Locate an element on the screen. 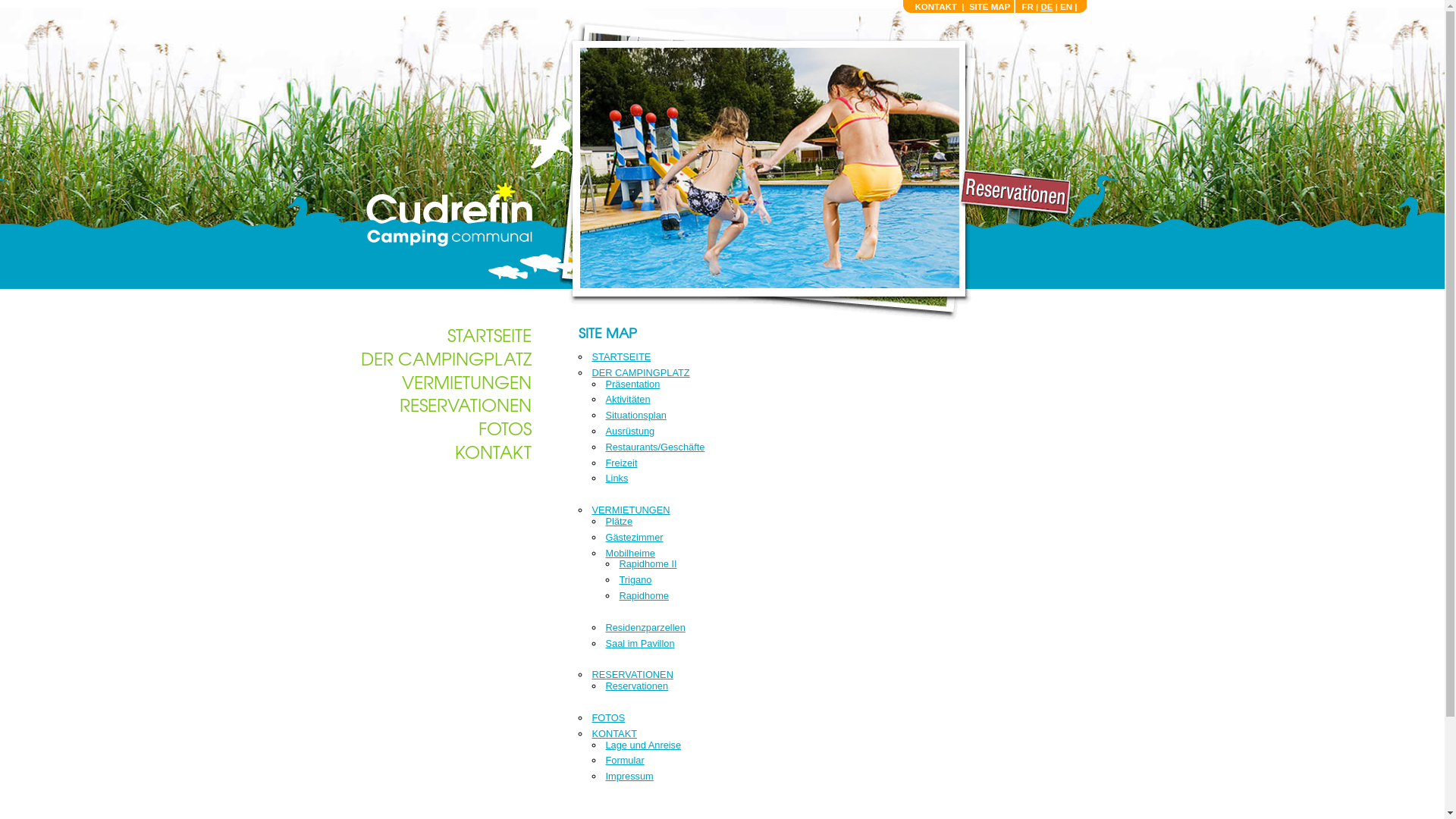  ' ' is located at coordinates (446, 214).